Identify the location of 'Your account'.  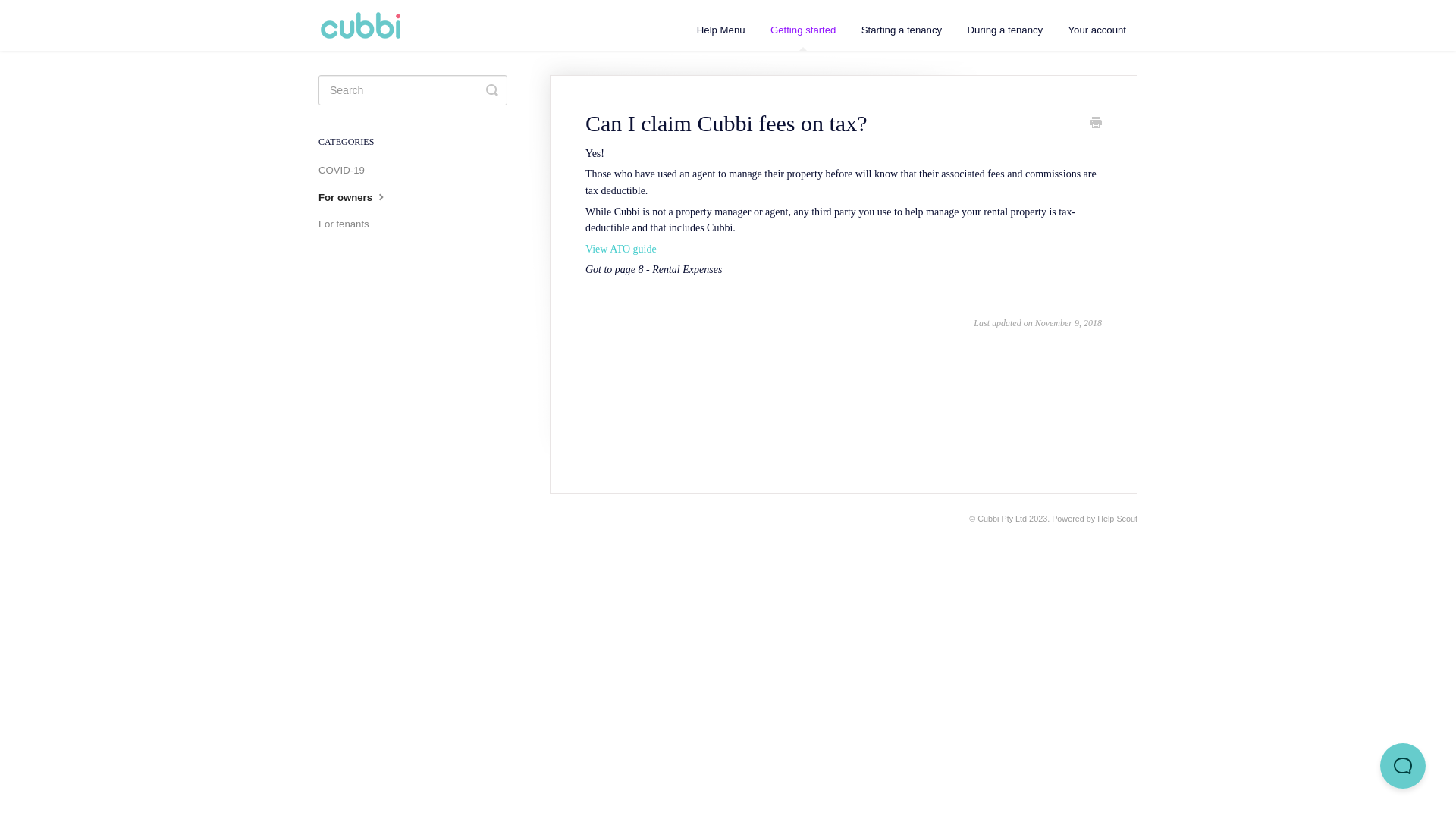
(1097, 30).